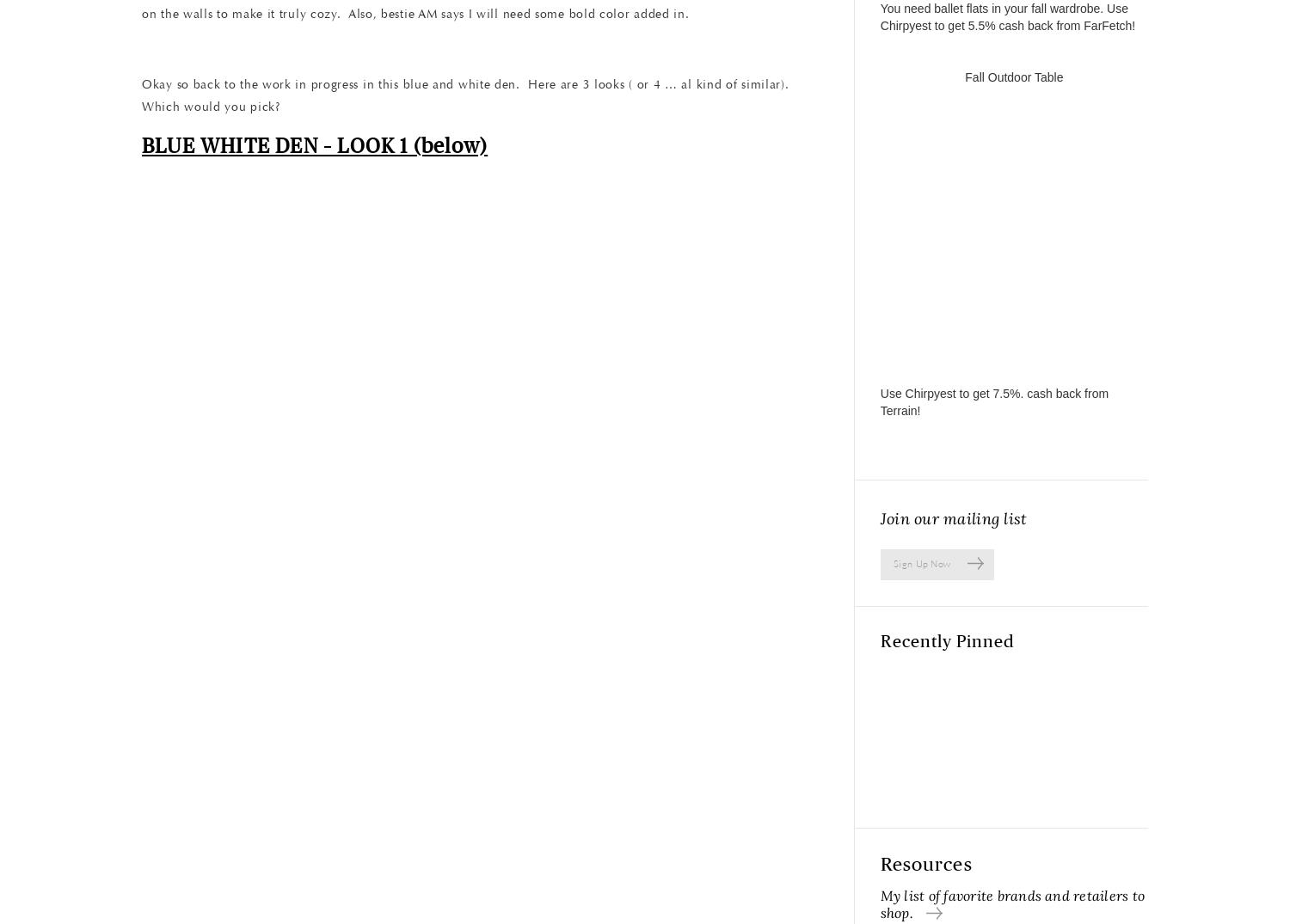 The height and width of the screenshot is (924, 1290). Describe the element at coordinates (467, 651) in the screenshot. I see `'share'` at that location.